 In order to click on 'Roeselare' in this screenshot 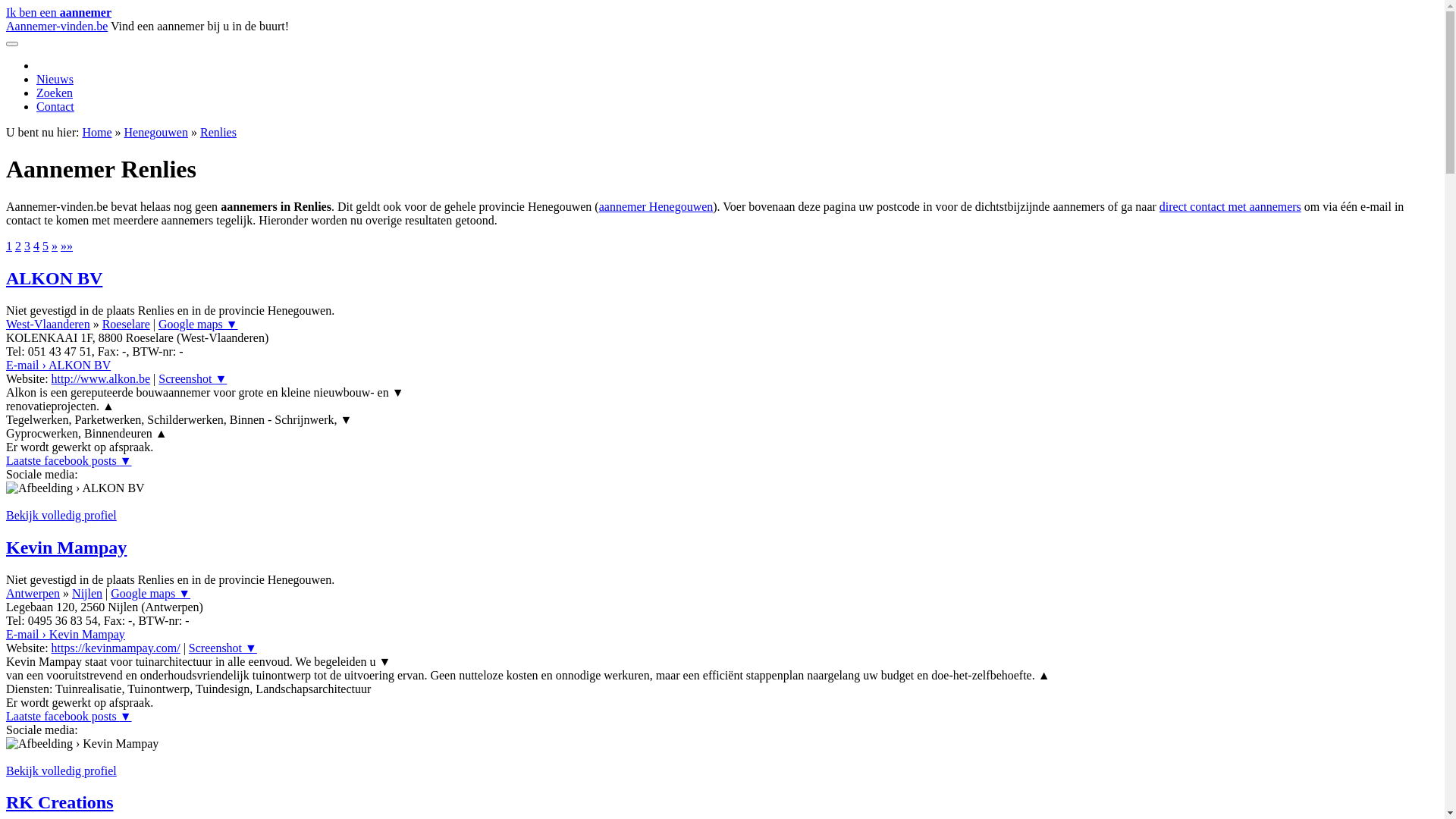, I will do `click(126, 323)`.